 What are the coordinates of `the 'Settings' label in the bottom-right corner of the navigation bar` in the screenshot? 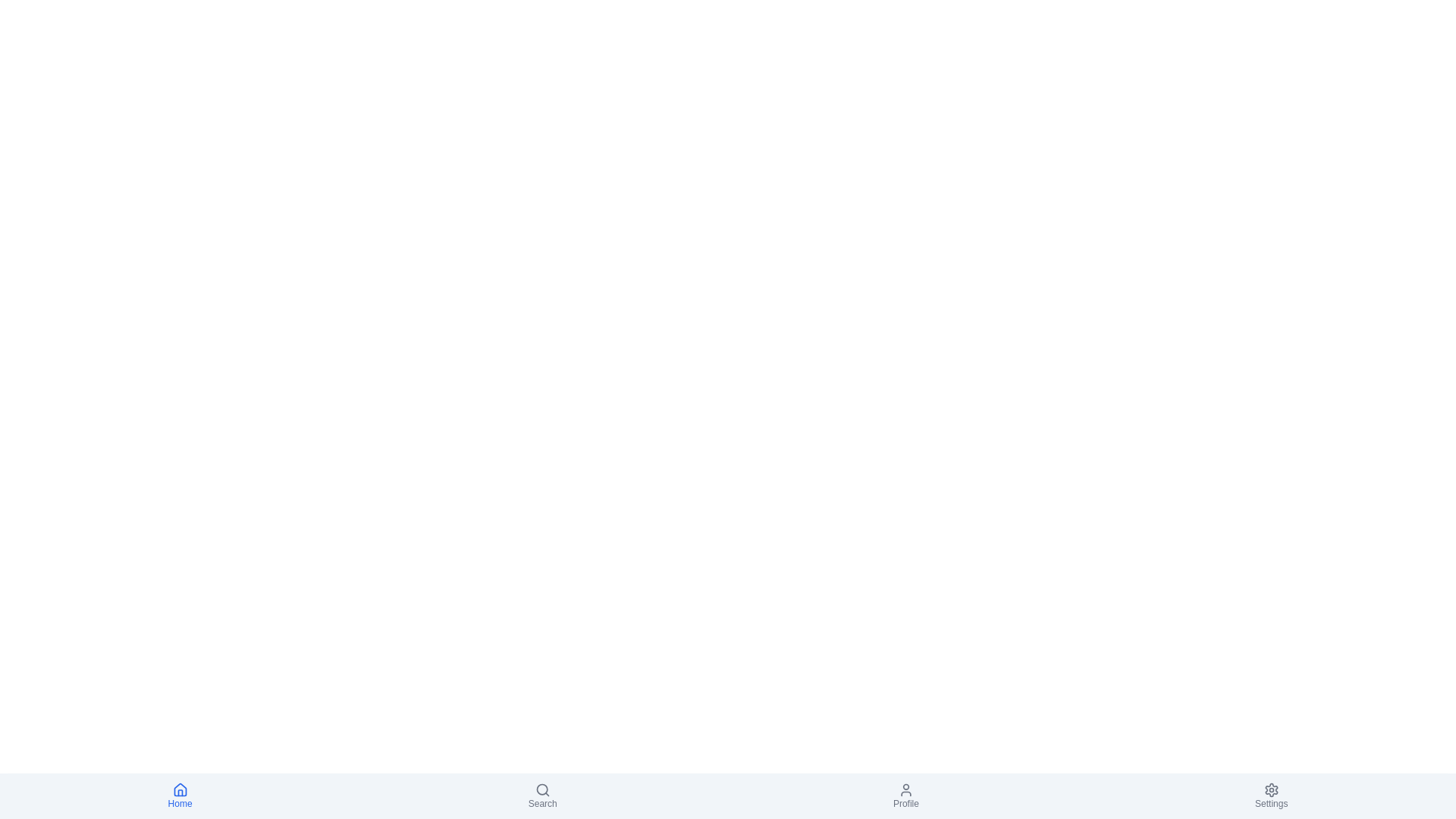 It's located at (1271, 803).